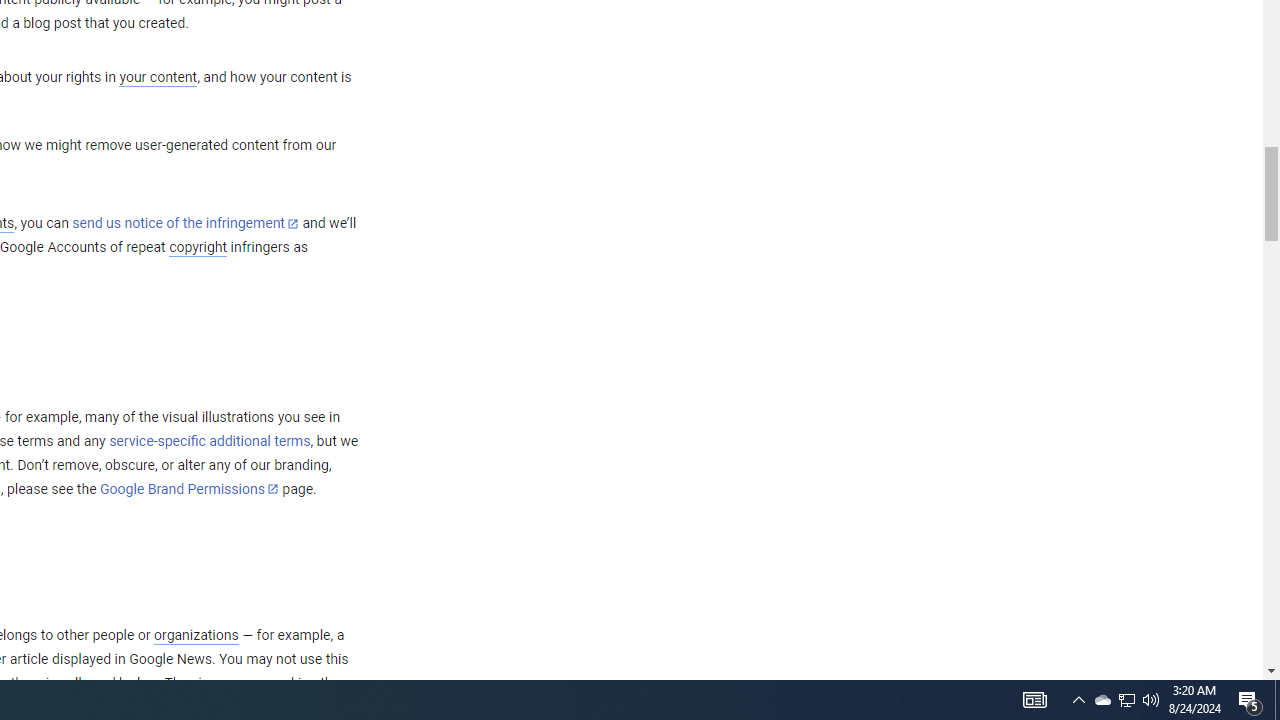  Describe the element at coordinates (157, 77) in the screenshot. I see `'your content'` at that location.